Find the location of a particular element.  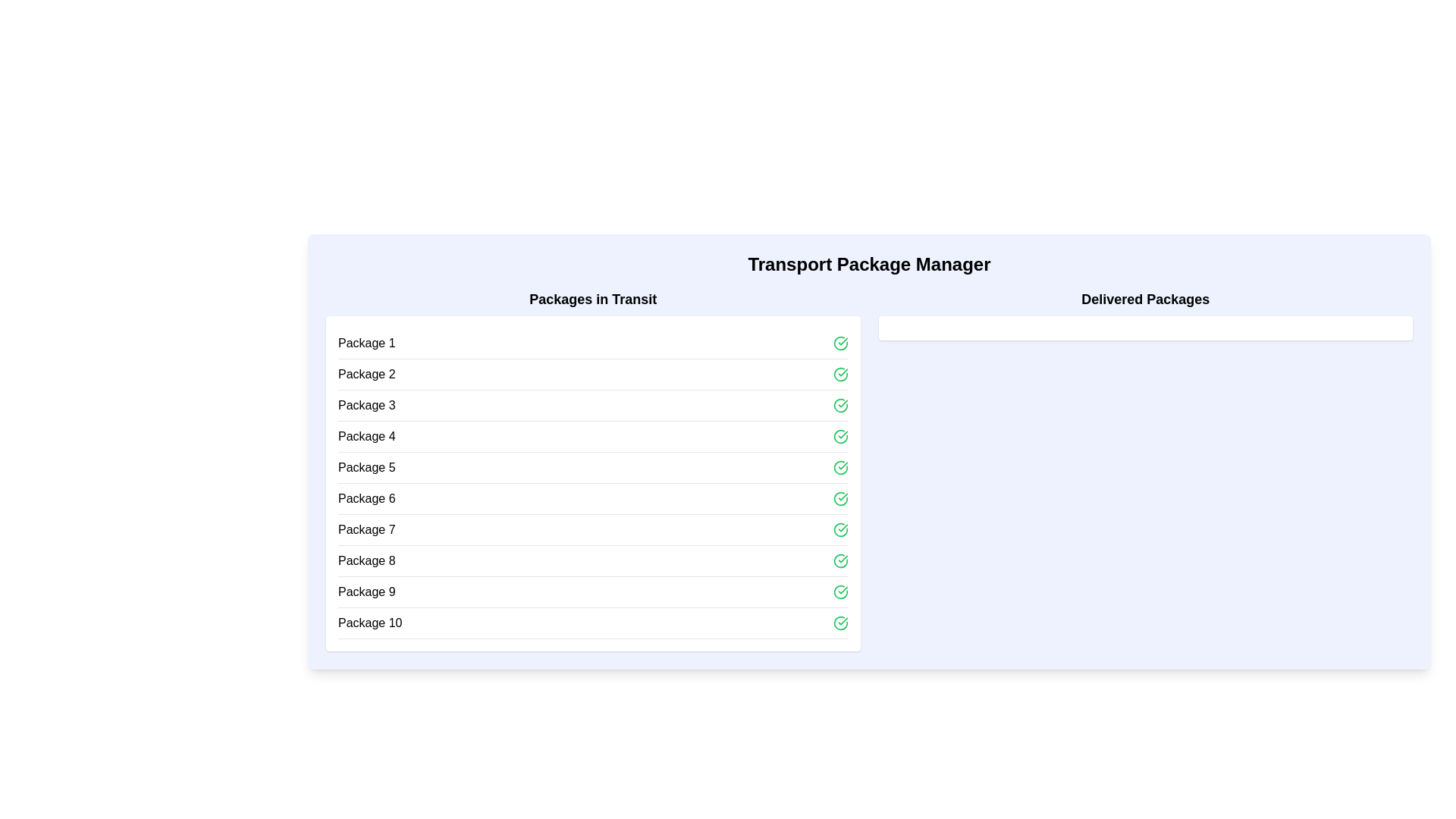

the text label for 'Package 7', which is the seventh item in the list of packages in transit, located in the left section of the interface is located at coordinates (366, 529).